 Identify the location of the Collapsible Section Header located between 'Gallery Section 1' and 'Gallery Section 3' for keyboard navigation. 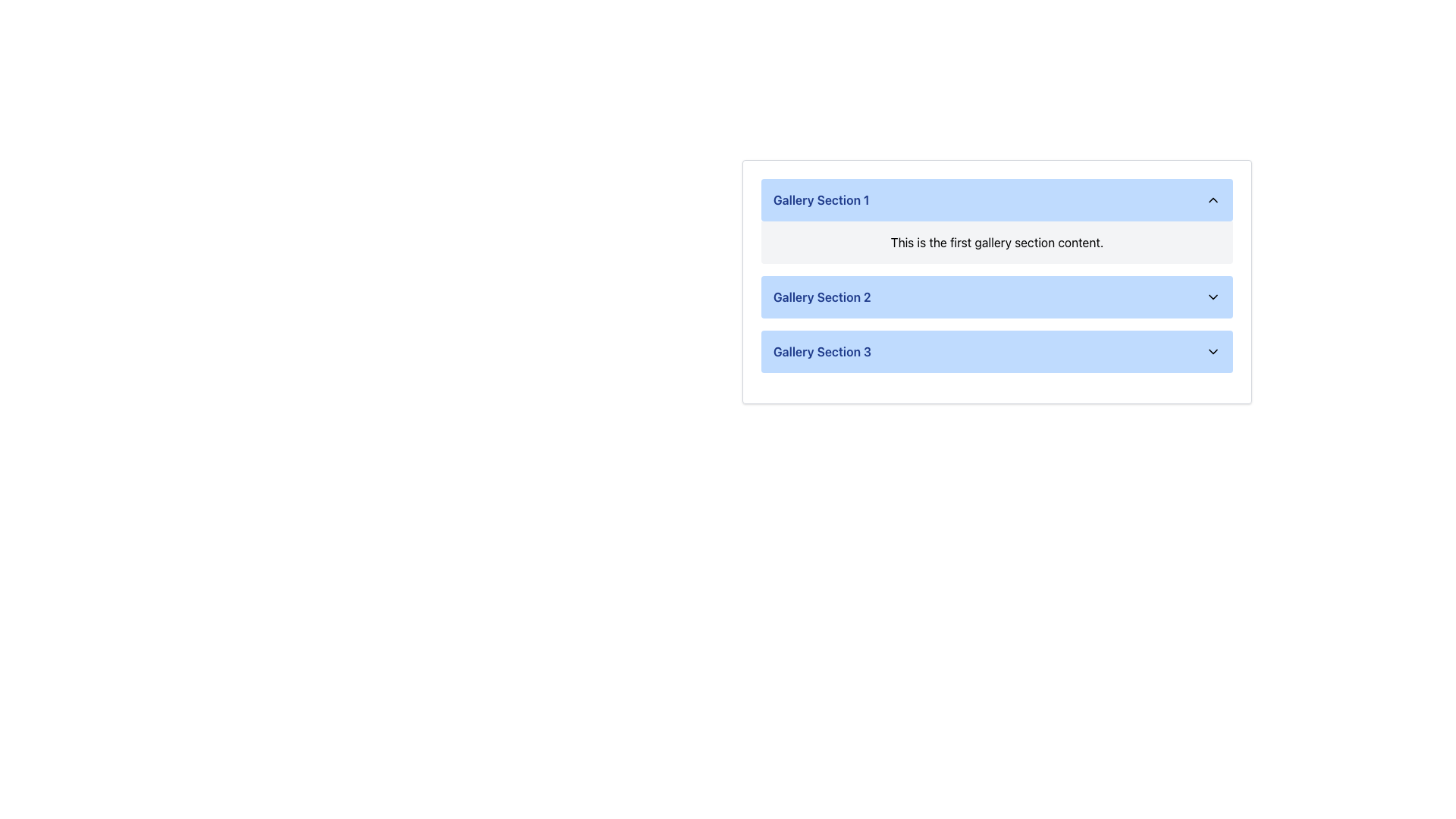
(997, 297).